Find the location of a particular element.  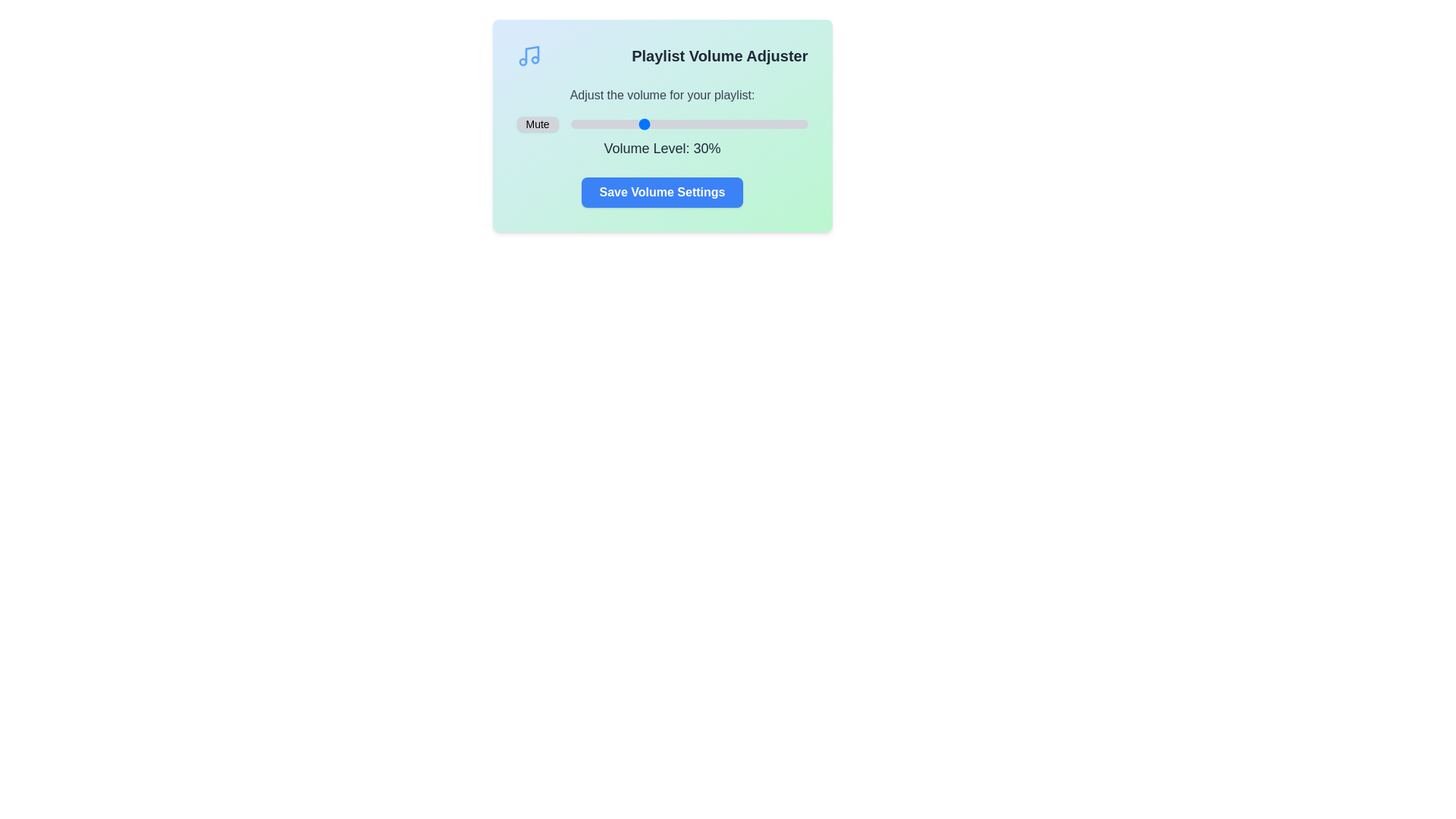

the decorative music icon is located at coordinates (529, 55).